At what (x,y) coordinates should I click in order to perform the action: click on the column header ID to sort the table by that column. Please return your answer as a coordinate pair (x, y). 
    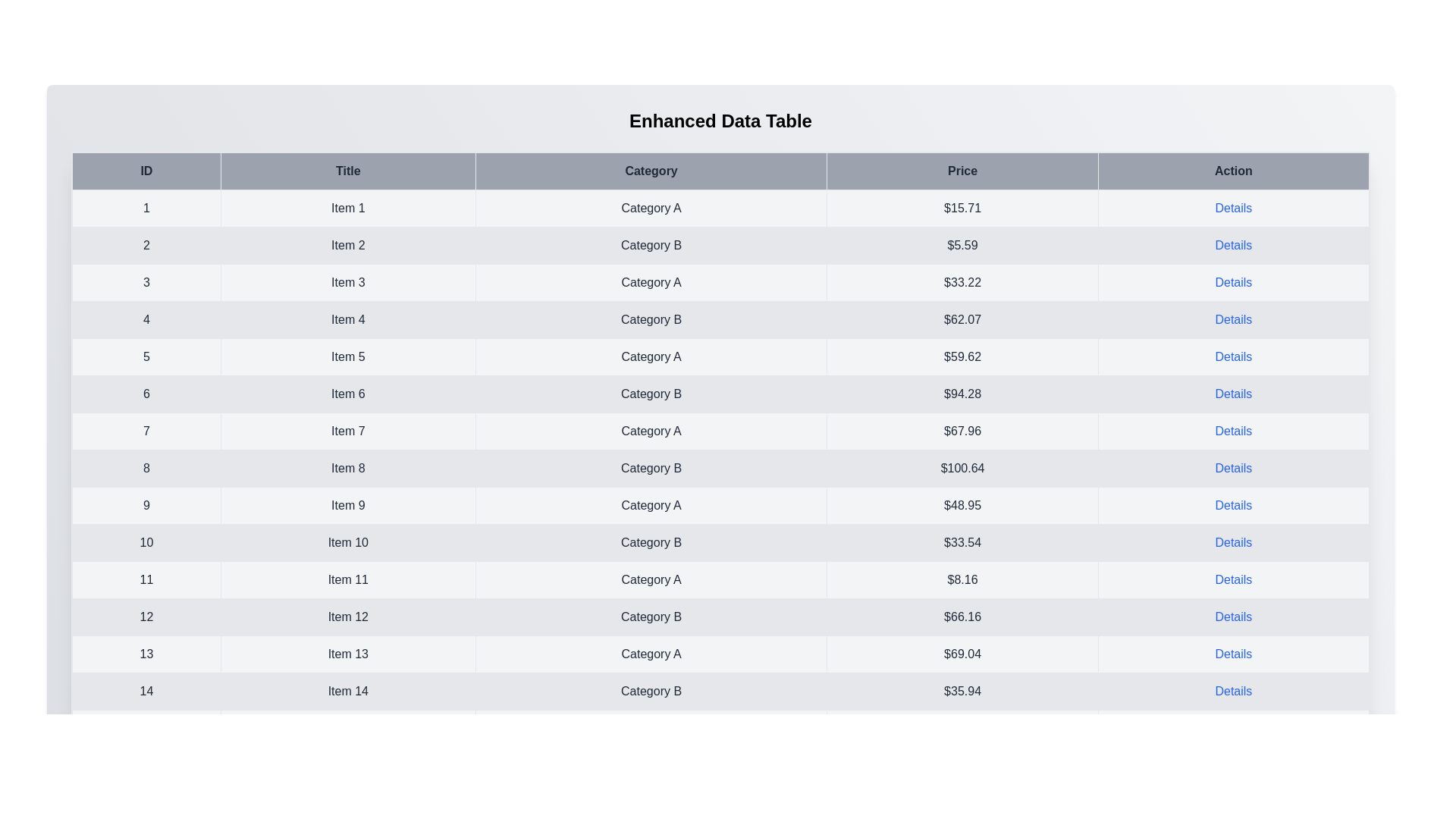
    Looking at the image, I should click on (146, 171).